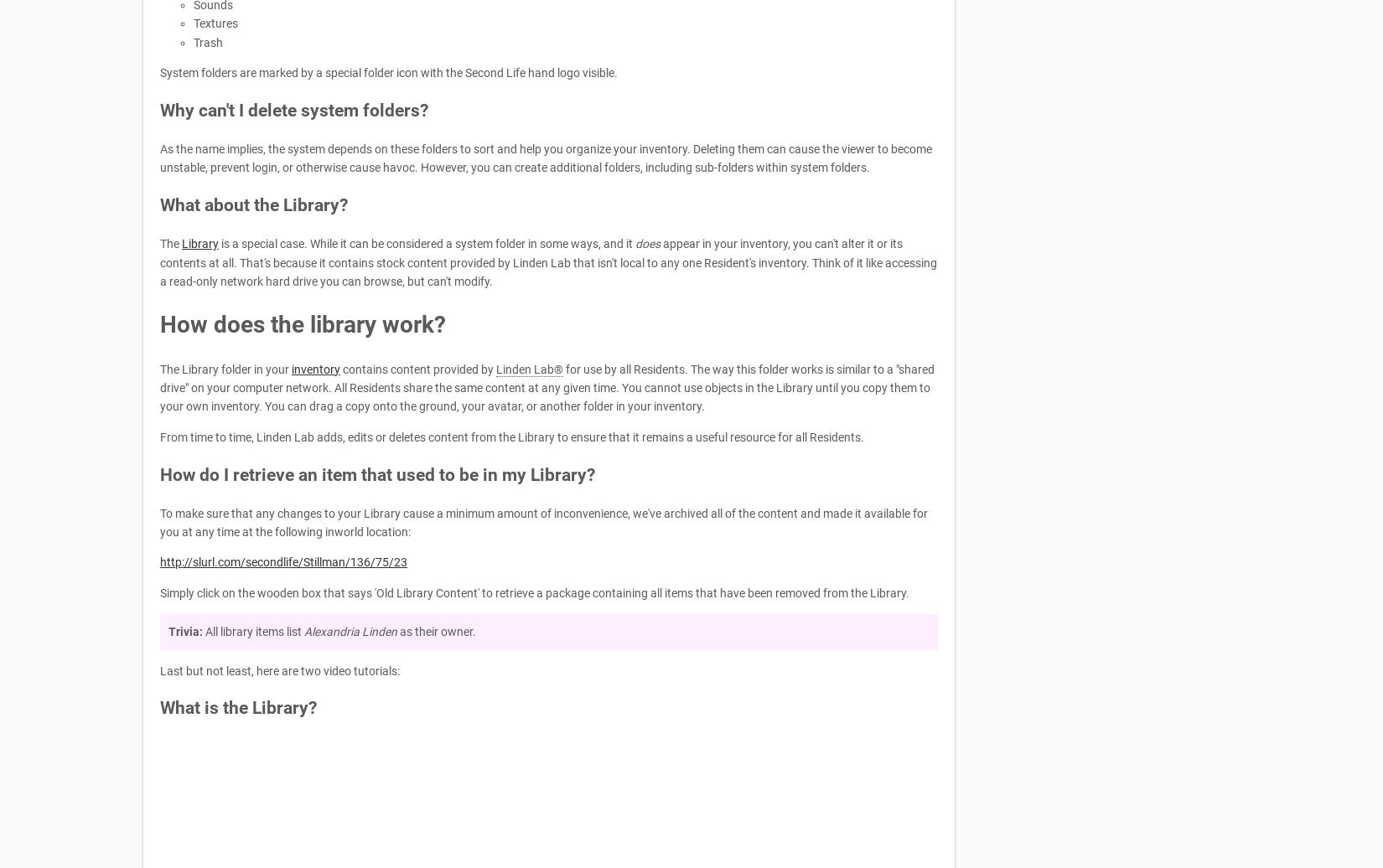  Describe the element at coordinates (160, 473) in the screenshot. I see `'How do I retrieve an item that used to be in my Library?'` at that location.